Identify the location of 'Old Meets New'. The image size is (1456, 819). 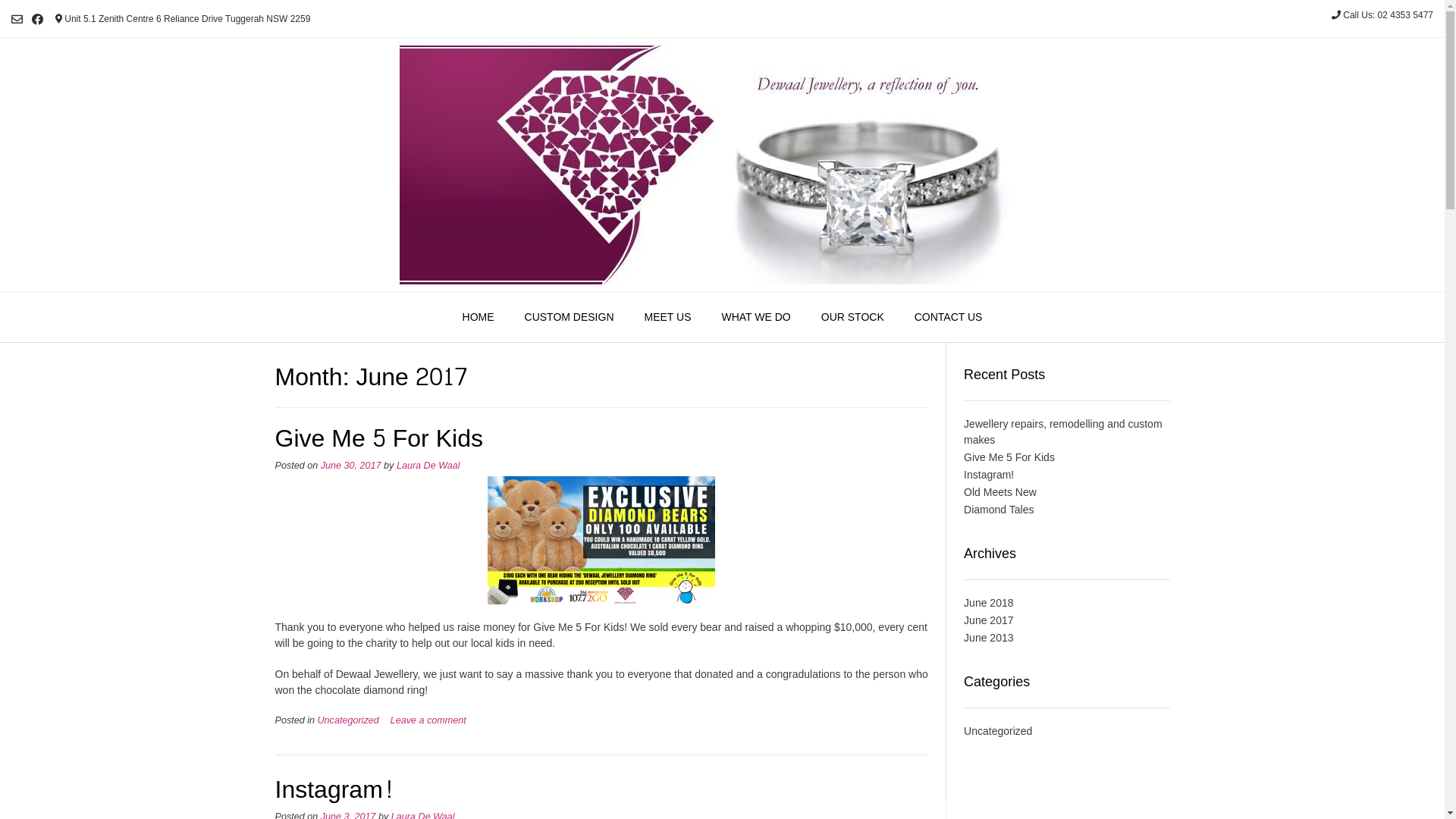
(1000, 491).